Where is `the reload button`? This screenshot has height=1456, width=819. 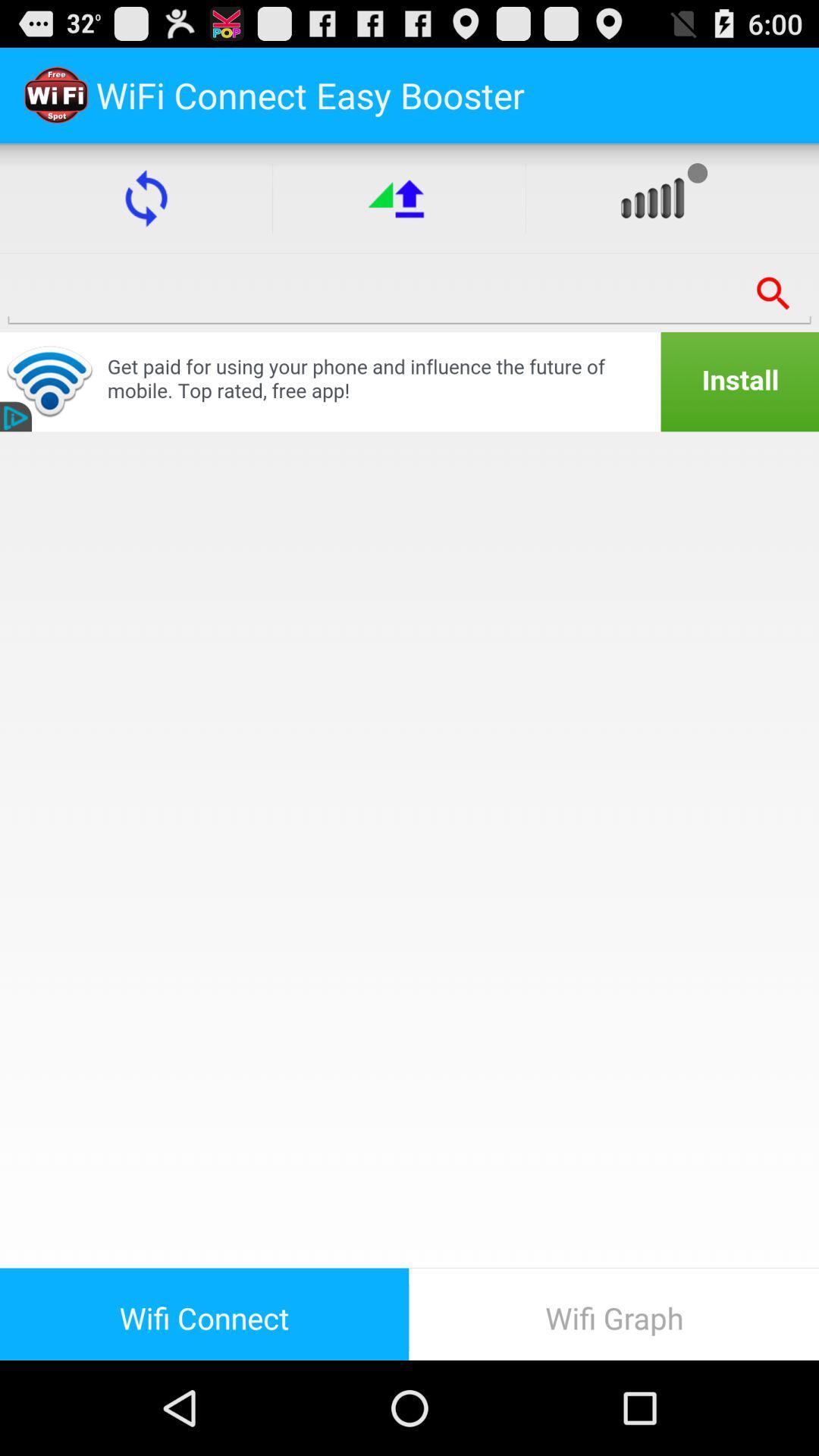 the reload button is located at coordinates (146, 197).